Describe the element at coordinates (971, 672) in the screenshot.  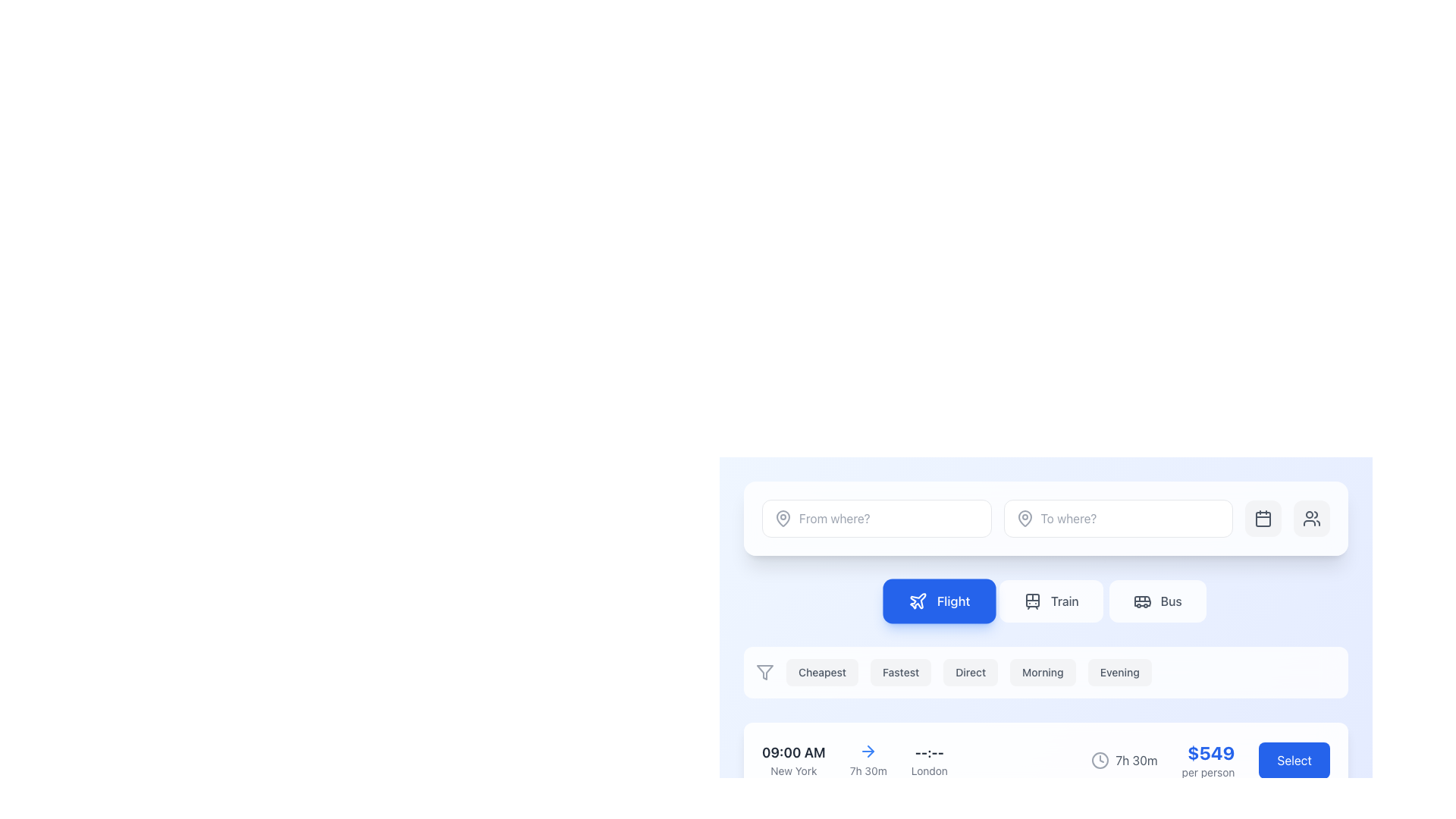
I see `the 'Direct' button, which is the third button in a horizontal list of selectable buttons labeled 'Cheapest', 'Fastest', 'Direct', 'Morning', and 'Evening'` at that location.